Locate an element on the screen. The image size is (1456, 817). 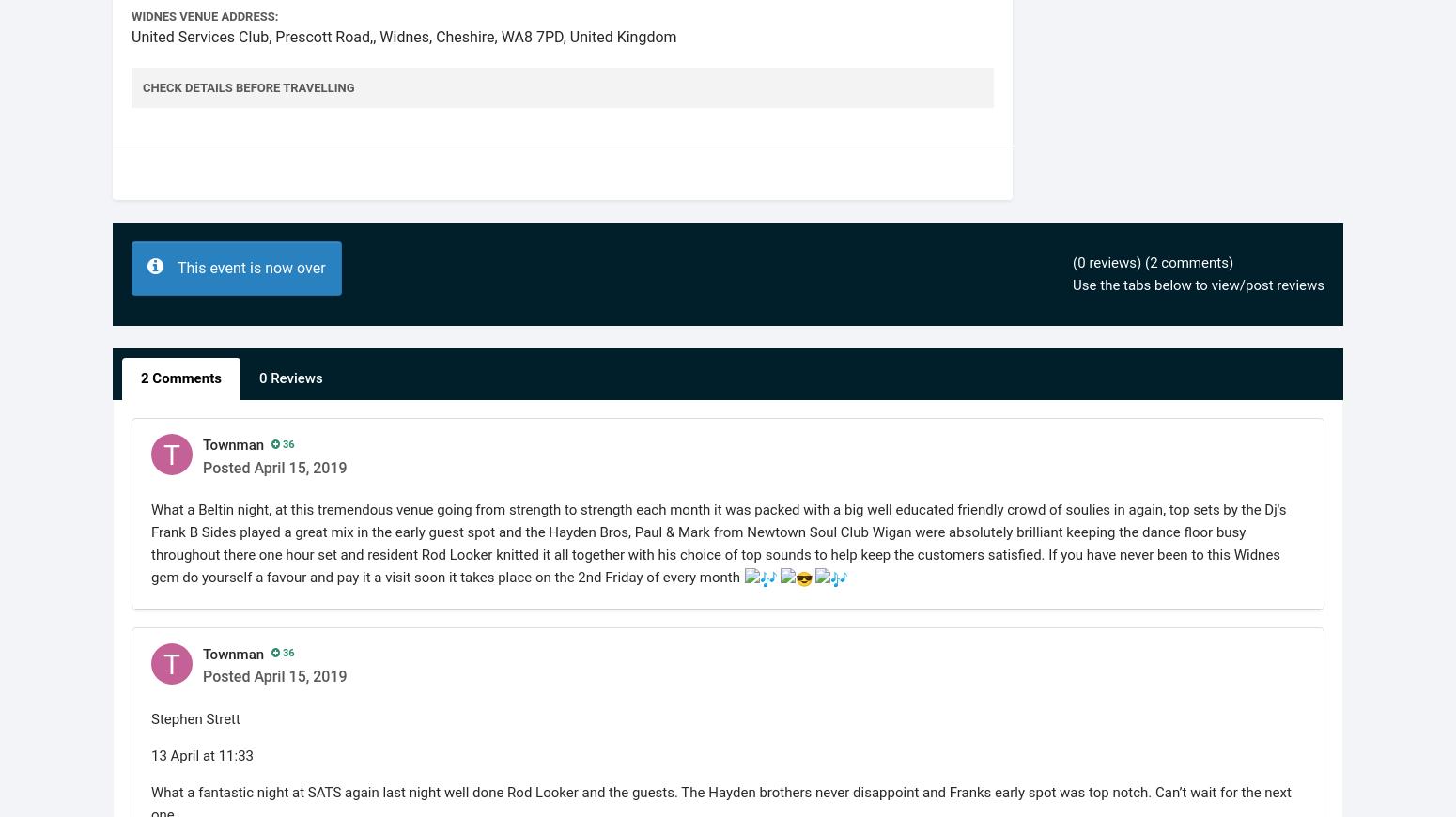
'0 Reviews' is located at coordinates (290, 378).